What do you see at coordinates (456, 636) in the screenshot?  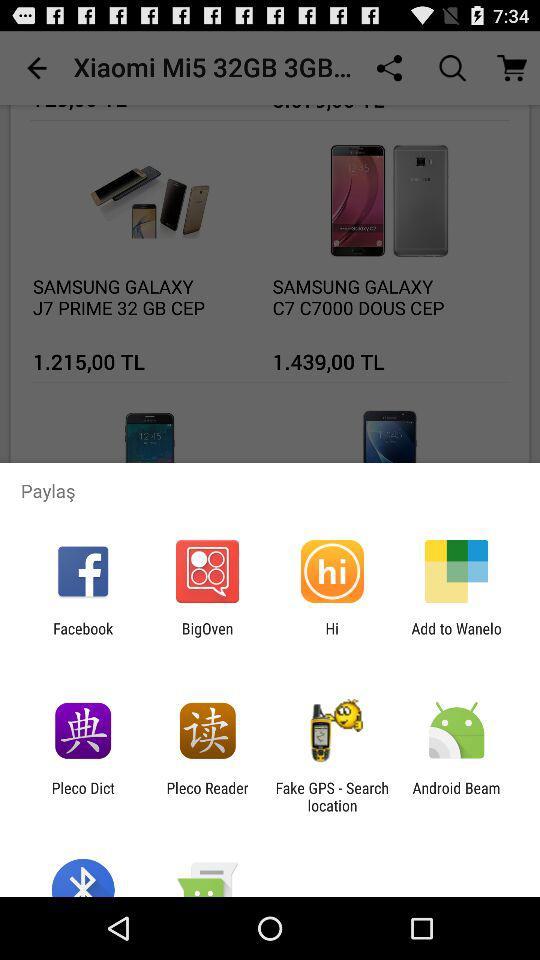 I see `the icon next to the hi item` at bounding box center [456, 636].